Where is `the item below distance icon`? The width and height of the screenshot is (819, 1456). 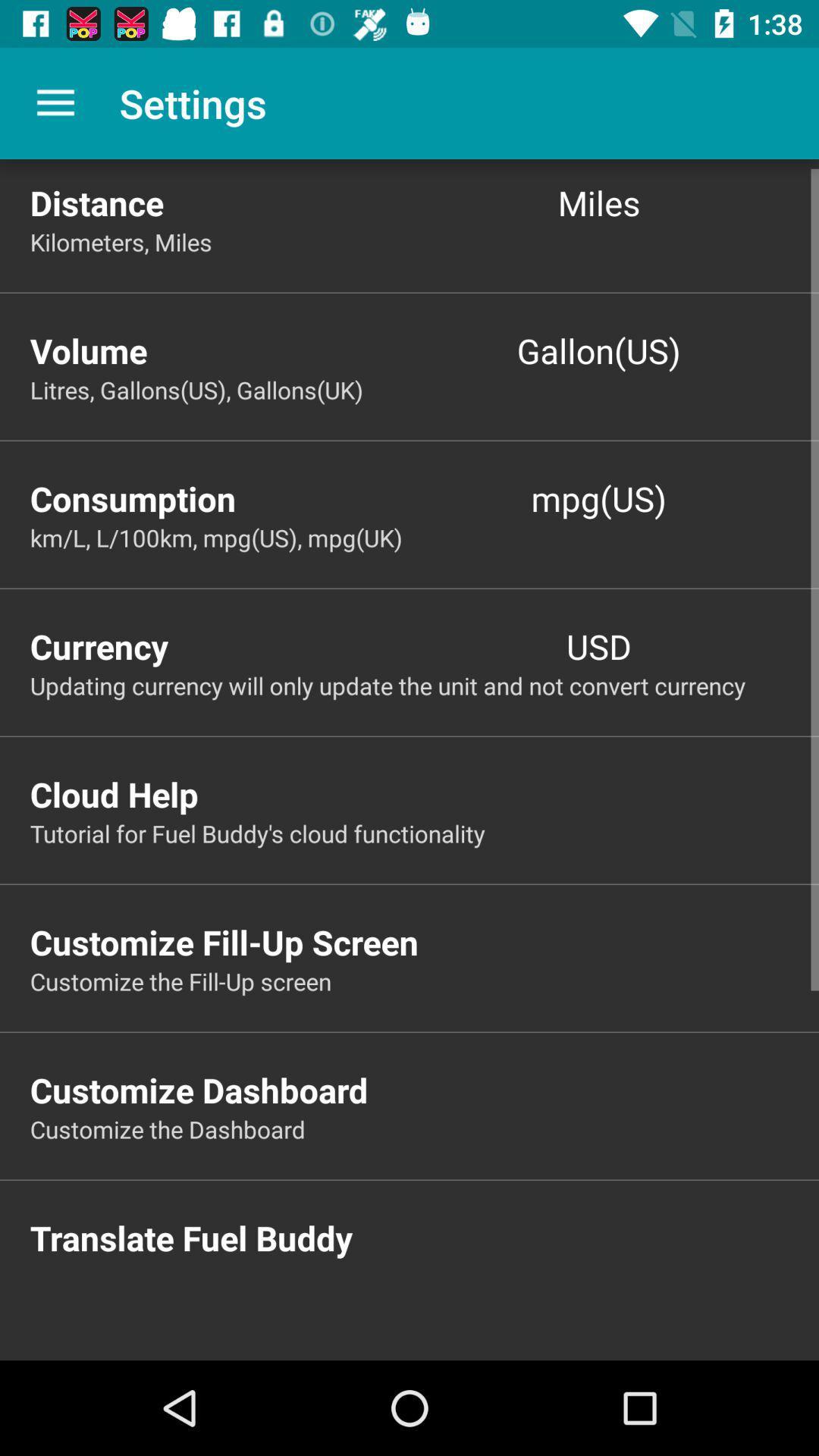
the item below distance icon is located at coordinates (424, 241).